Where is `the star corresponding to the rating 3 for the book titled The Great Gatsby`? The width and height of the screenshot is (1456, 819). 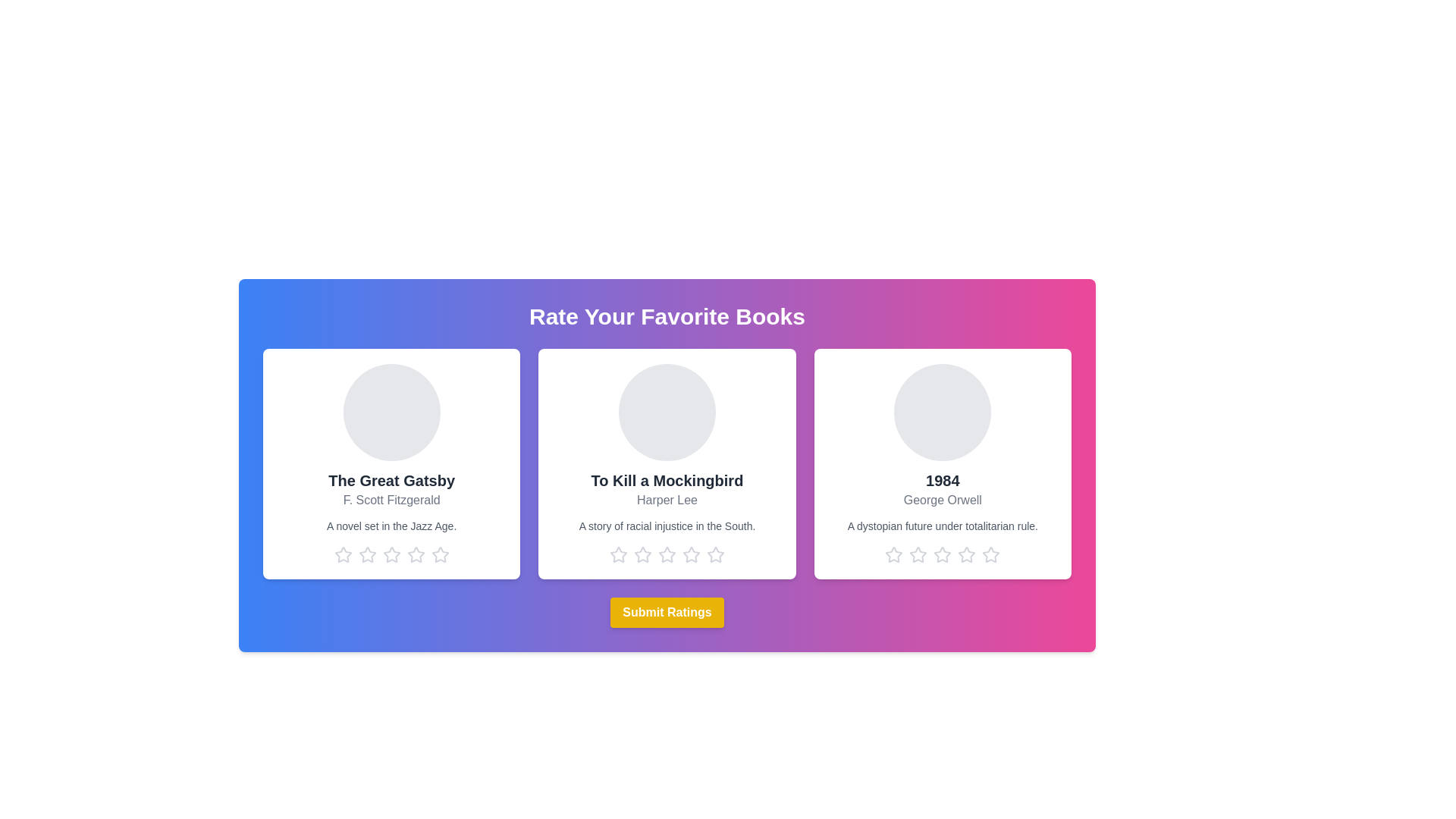 the star corresponding to the rating 3 for the book titled The Great Gatsby is located at coordinates (391, 555).